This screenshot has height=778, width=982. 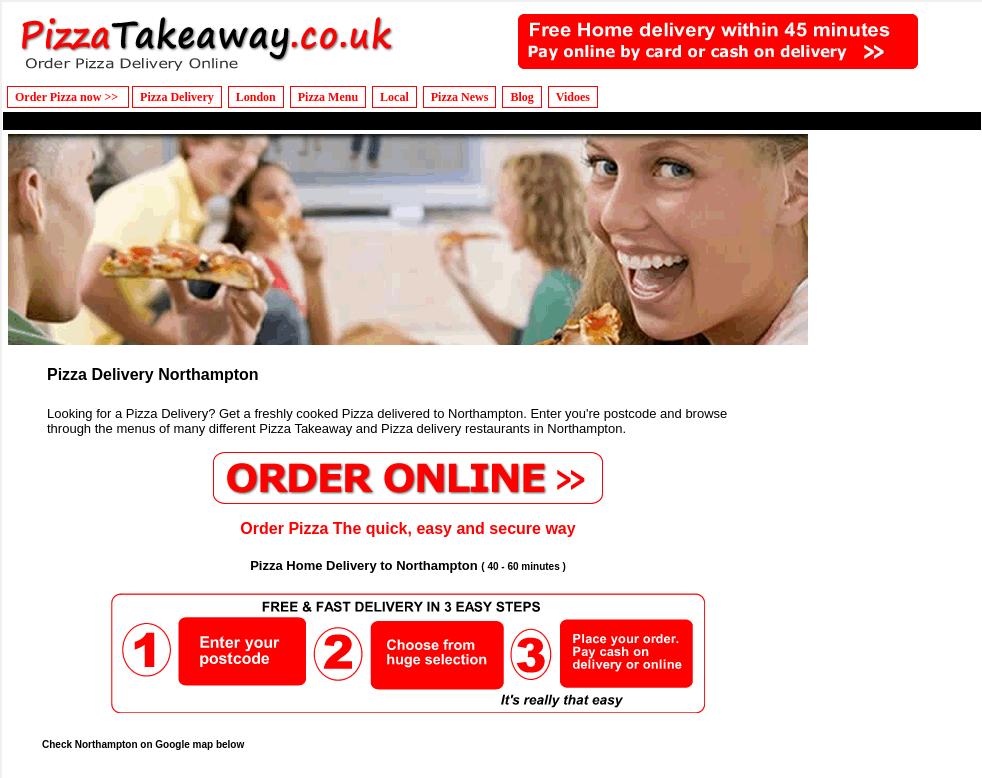 What do you see at coordinates (407, 527) in the screenshot?
I see `'Order 
                          Pizza The quick, easy and secure way'` at bounding box center [407, 527].